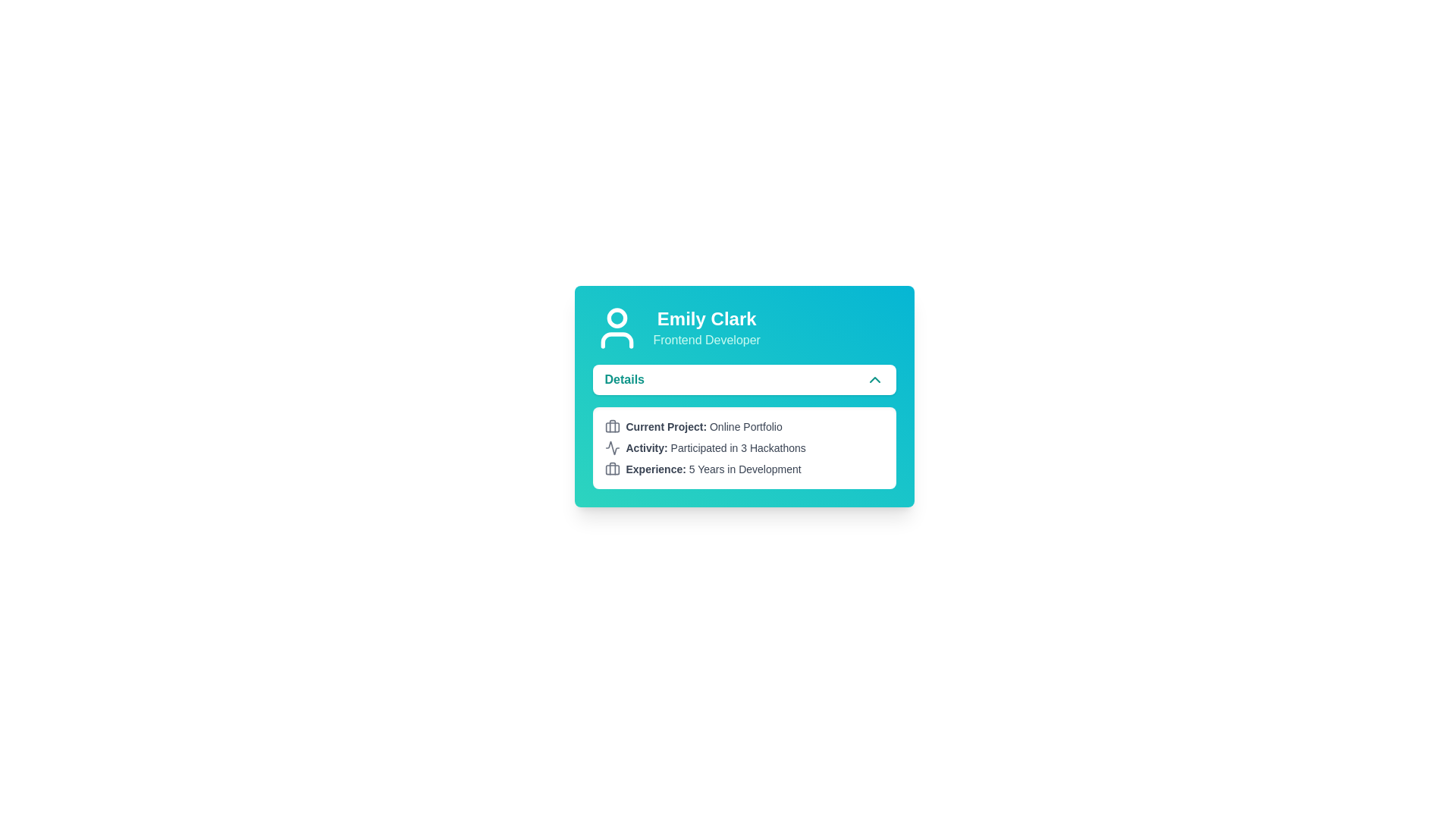 The width and height of the screenshot is (1456, 819). I want to click on information displayed in the Informational card located below the 'Details' button within the 'Emily Clark Frontend Developer' profile card, so click(744, 447).